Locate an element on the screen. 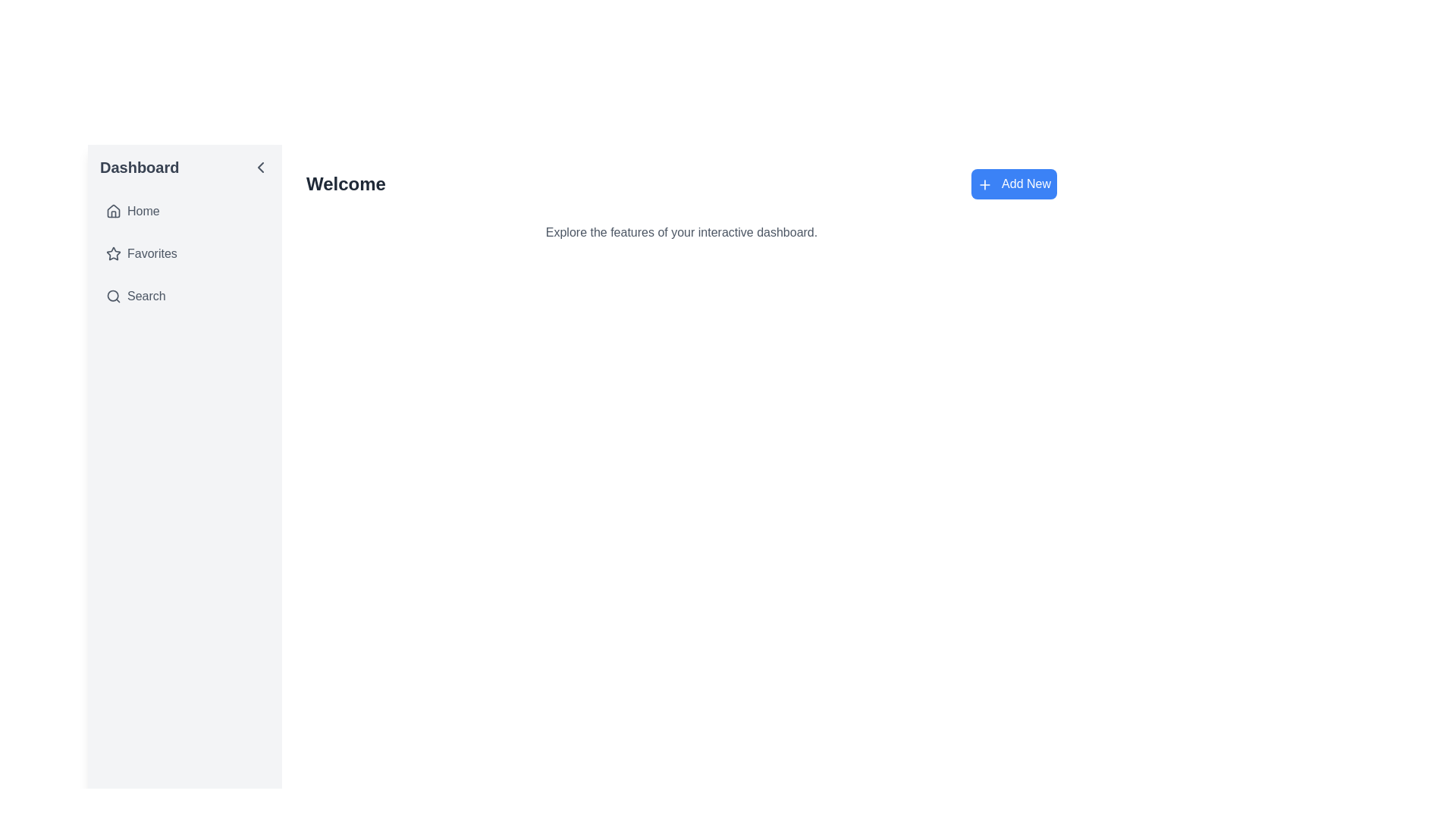 The image size is (1456, 819). the 'Dashboard' text label located at the top of the left-aligned vertical navigation bar, which is styled in bold gray font and serves as a title or header is located at coordinates (140, 167).